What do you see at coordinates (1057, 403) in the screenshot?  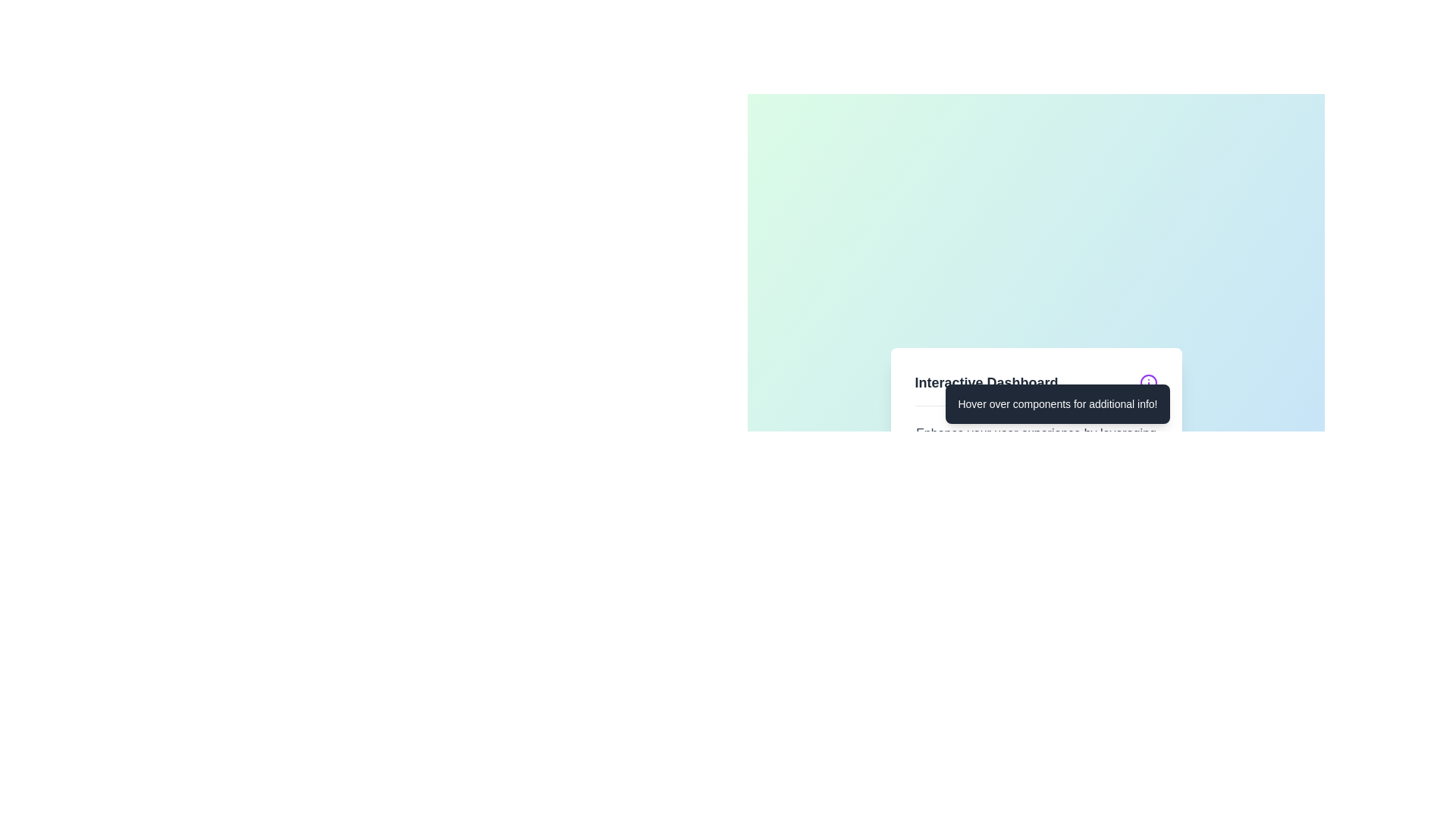 I see `tooltip description located in the top-right section of the interface, just below the title 'Interactive Dashboard' and above the 'Hide Info Panel' button` at bounding box center [1057, 403].